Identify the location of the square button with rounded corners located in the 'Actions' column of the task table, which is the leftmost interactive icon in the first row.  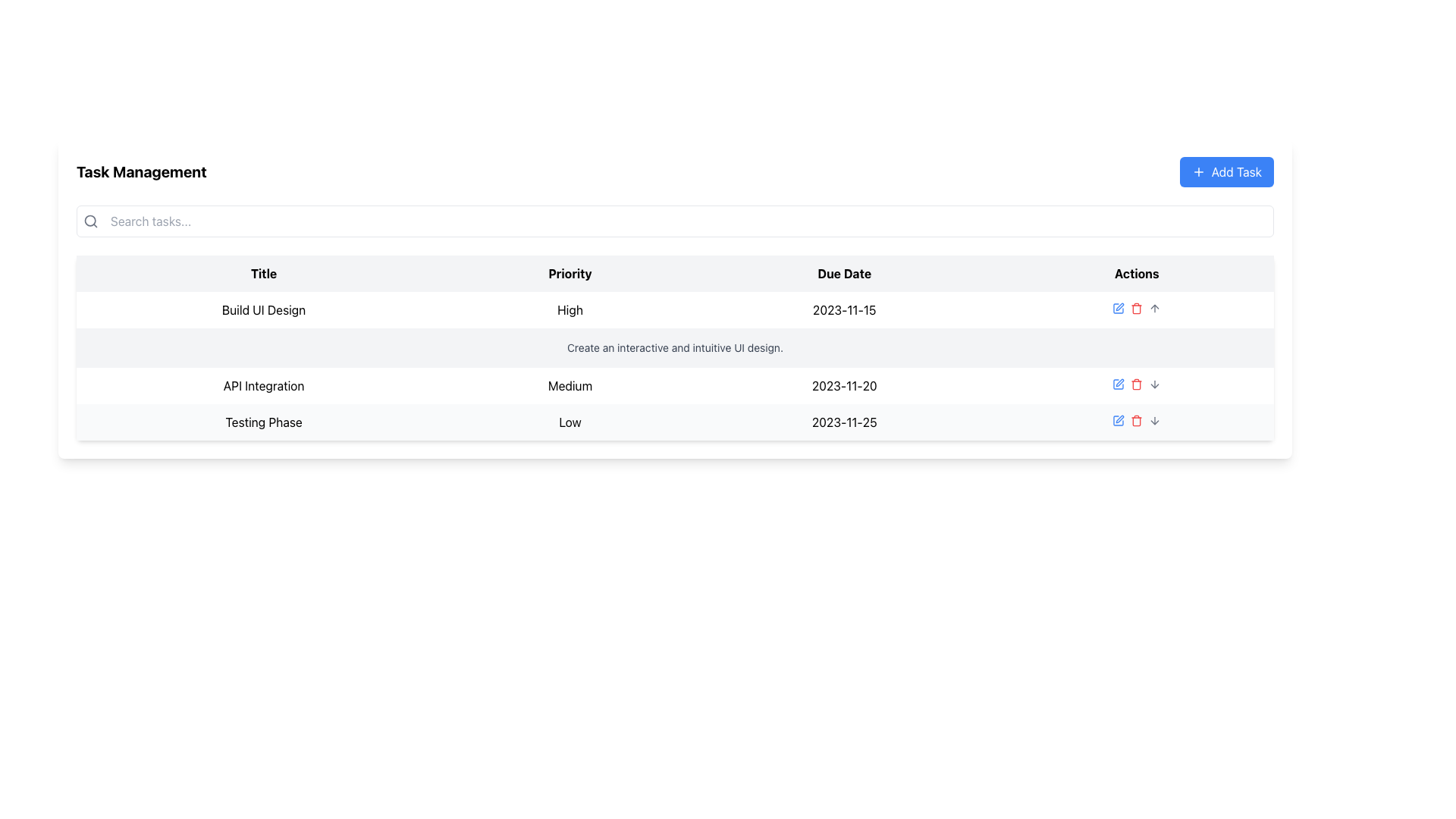
(1119, 383).